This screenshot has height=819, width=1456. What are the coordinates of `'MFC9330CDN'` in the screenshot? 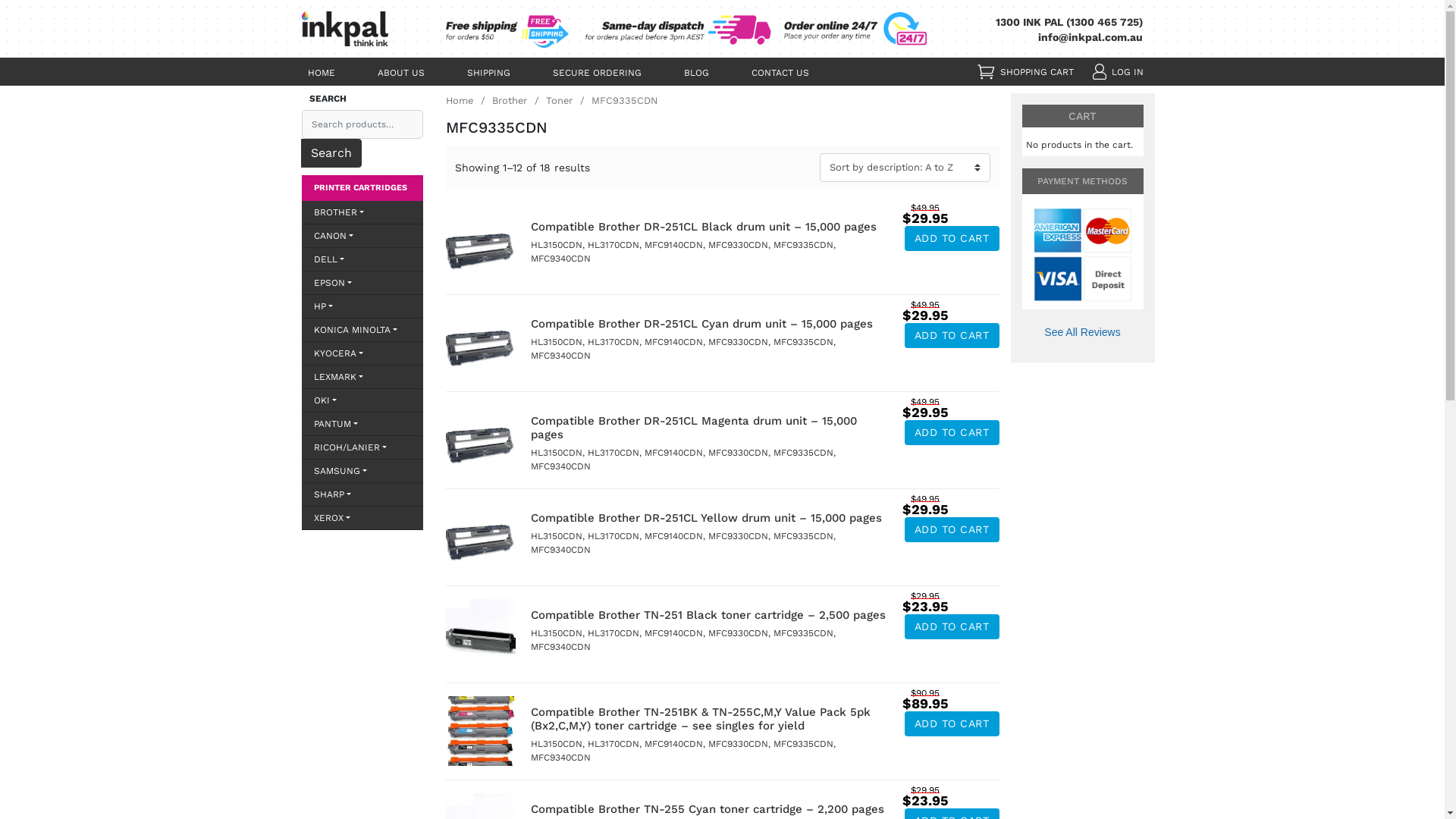 It's located at (738, 244).